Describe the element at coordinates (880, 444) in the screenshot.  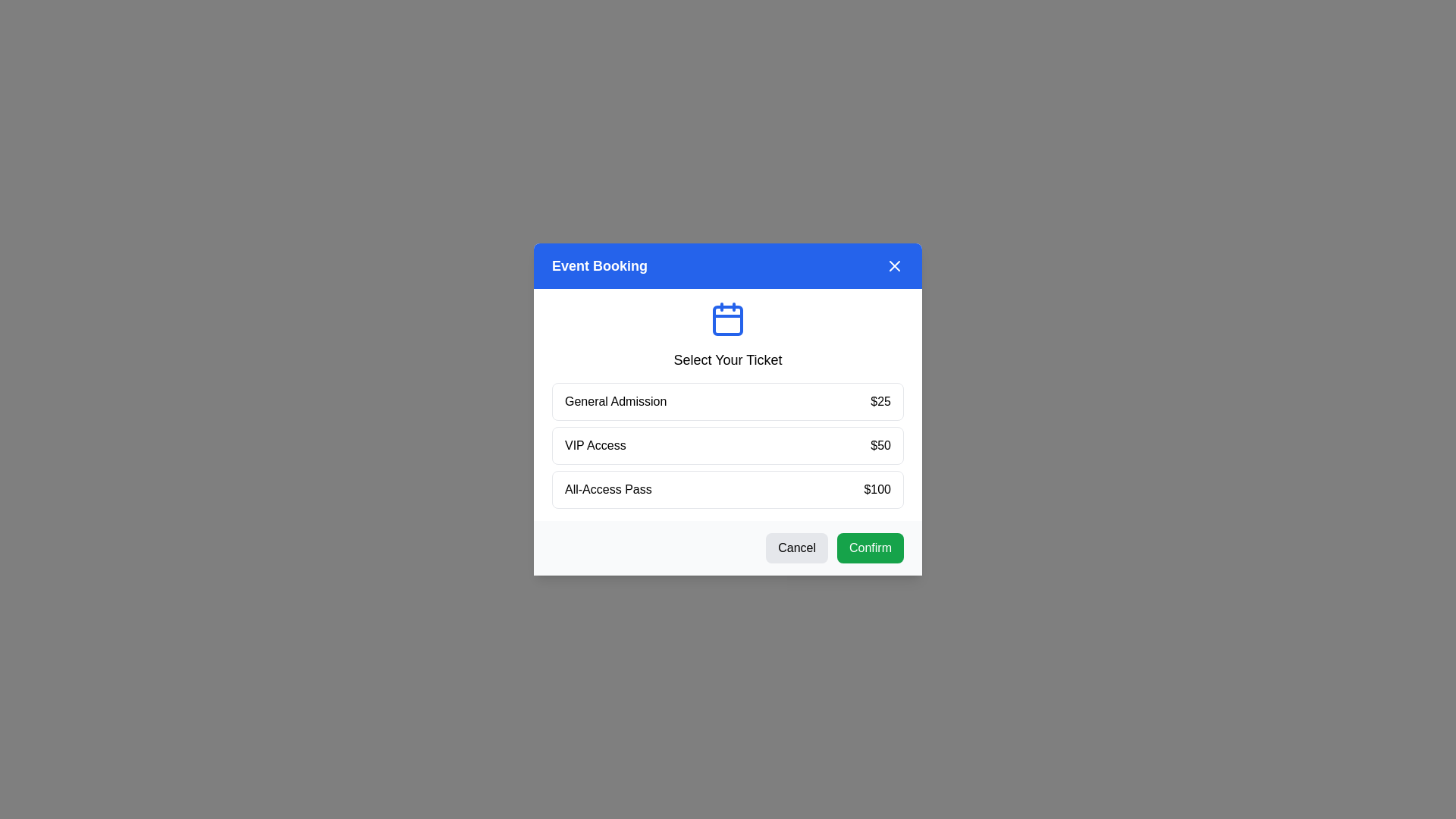
I see `the static text element displaying the price for the 'VIP Access' ticket option, located to the right of the 'VIP Access' label in the selection menu` at that location.